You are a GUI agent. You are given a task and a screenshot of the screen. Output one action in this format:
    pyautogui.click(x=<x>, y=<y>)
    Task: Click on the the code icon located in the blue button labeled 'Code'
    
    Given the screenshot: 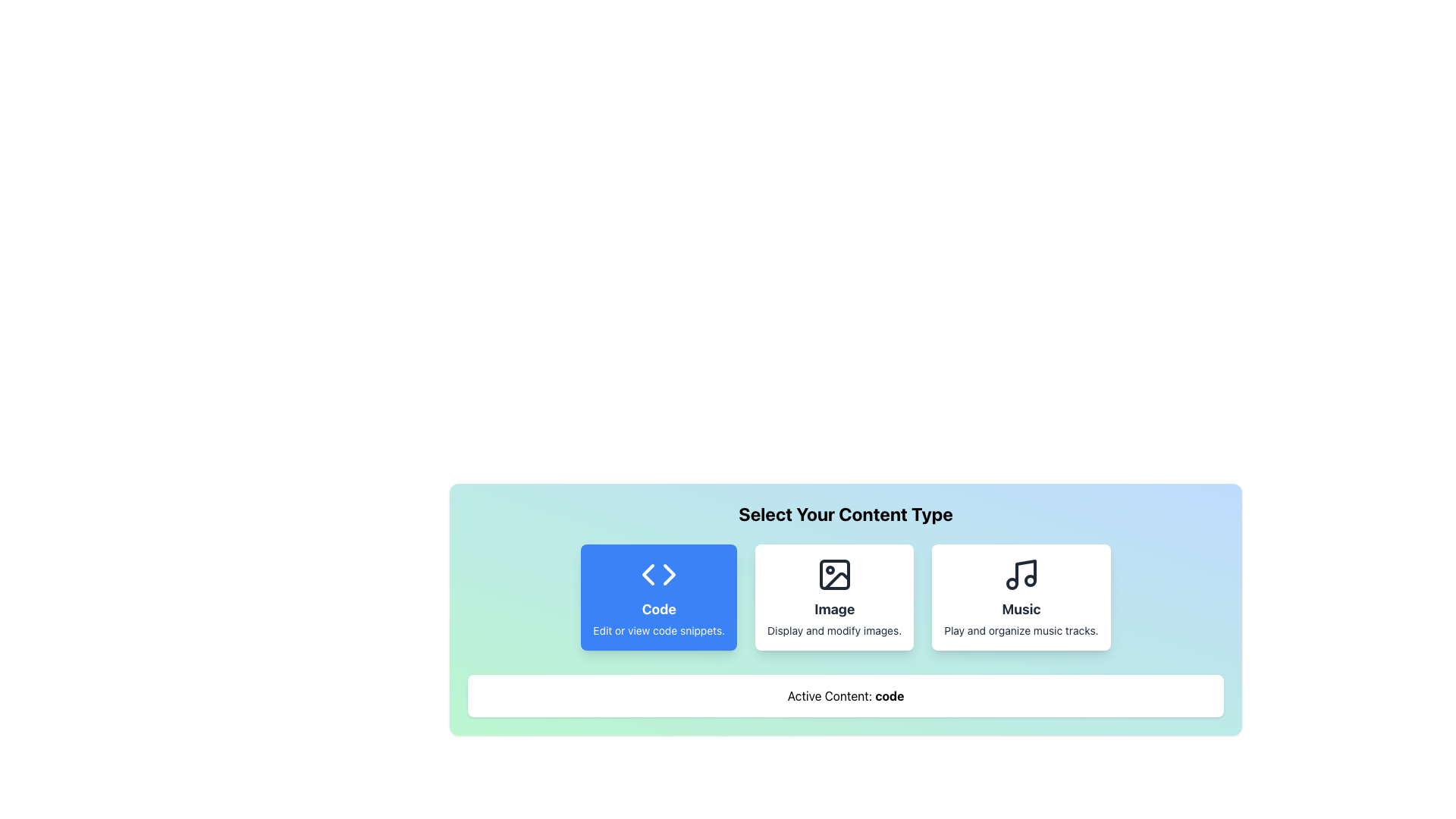 What is the action you would take?
    pyautogui.click(x=659, y=575)
    